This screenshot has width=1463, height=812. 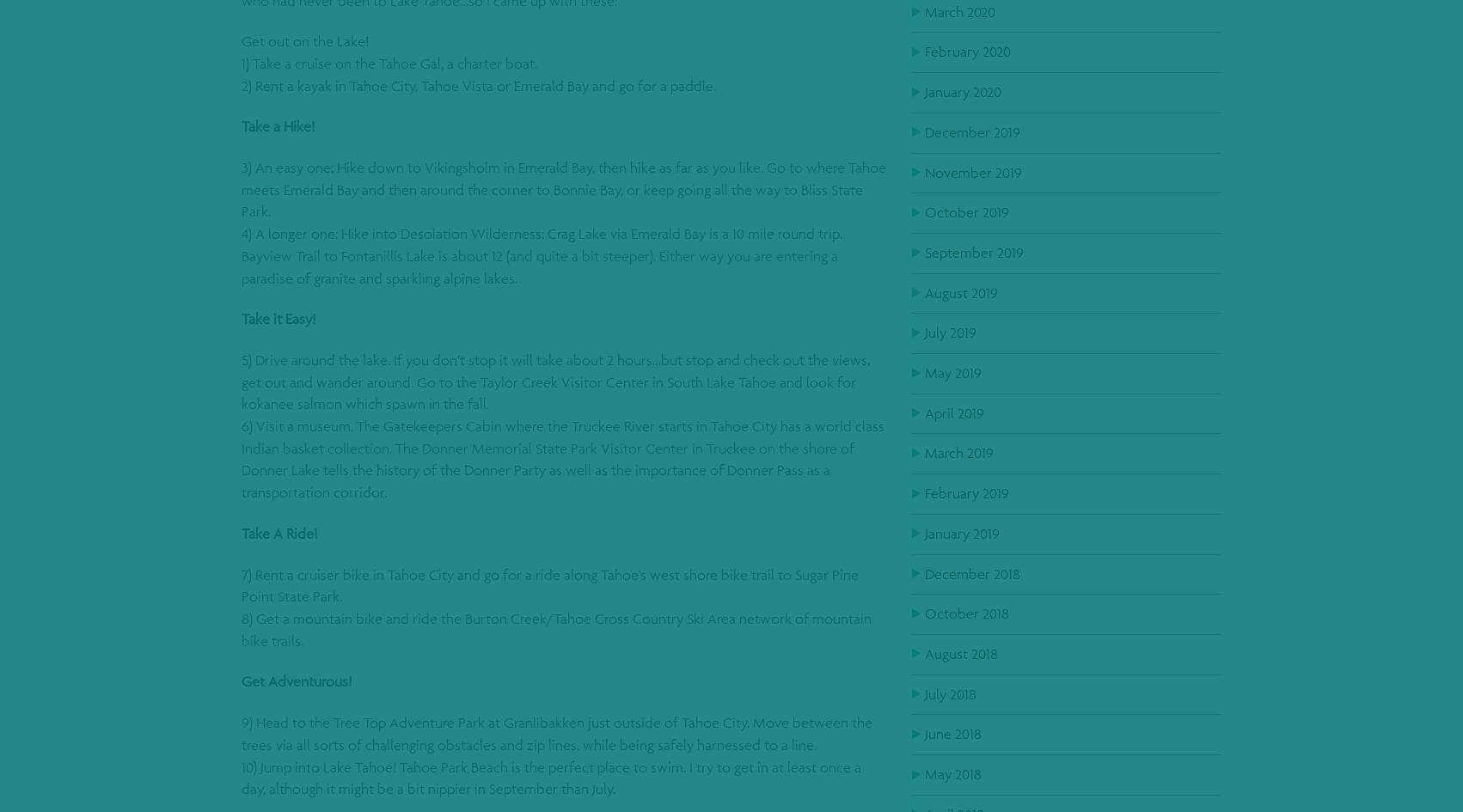 What do you see at coordinates (966, 211) in the screenshot?
I see `'October 2019'` at bounding box center [966, 211].